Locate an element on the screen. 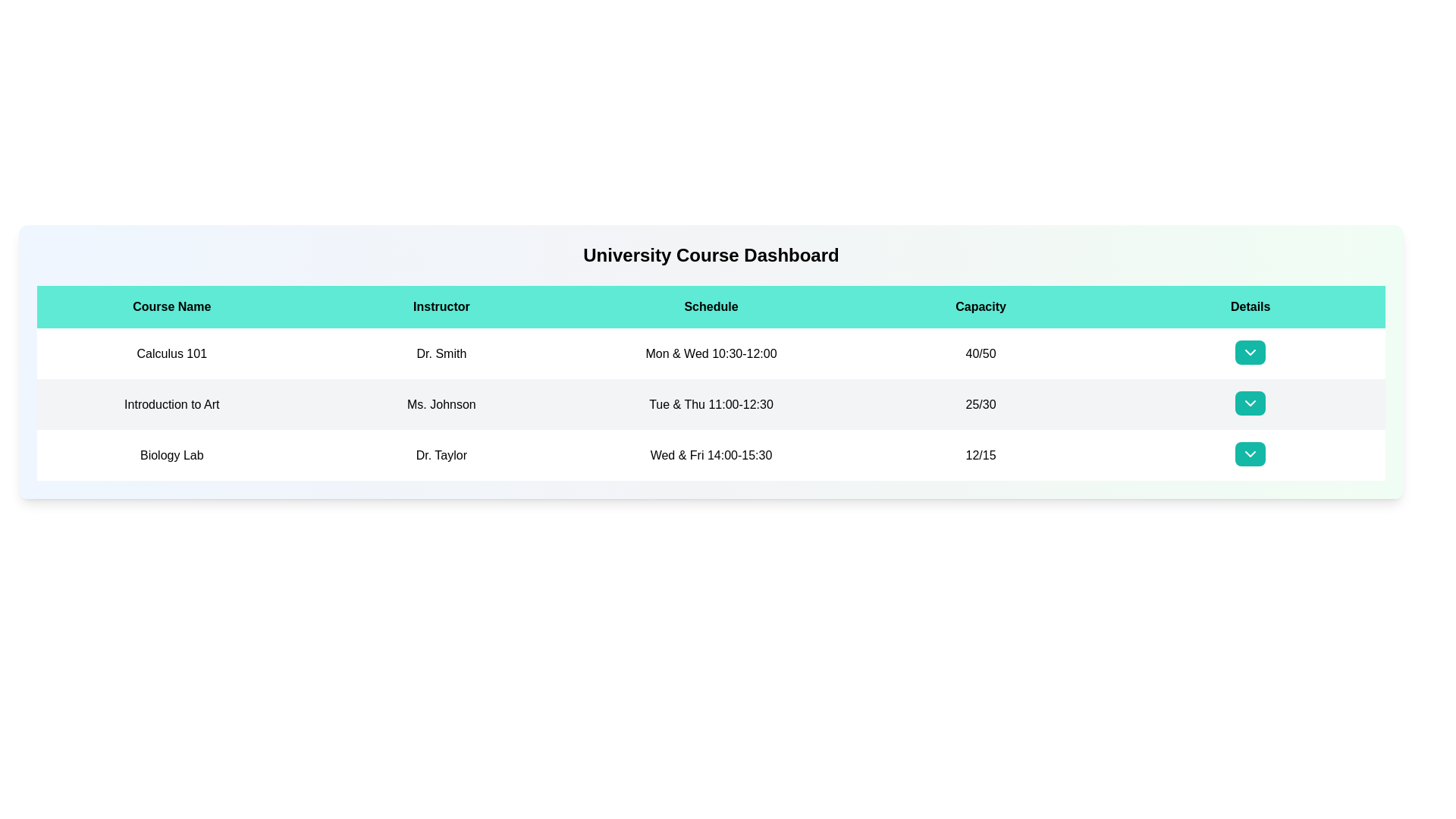 The height and width of the screenshot is (819, 1456). the text label displaying the schedule 'Tue & Thu 11:00-12:30' for the course 'Introduction to Art', which is positioned in the 'Schedule' column adjacent to 'Ms. Johnson' and '25/30' is located at coordinates (710, 403).